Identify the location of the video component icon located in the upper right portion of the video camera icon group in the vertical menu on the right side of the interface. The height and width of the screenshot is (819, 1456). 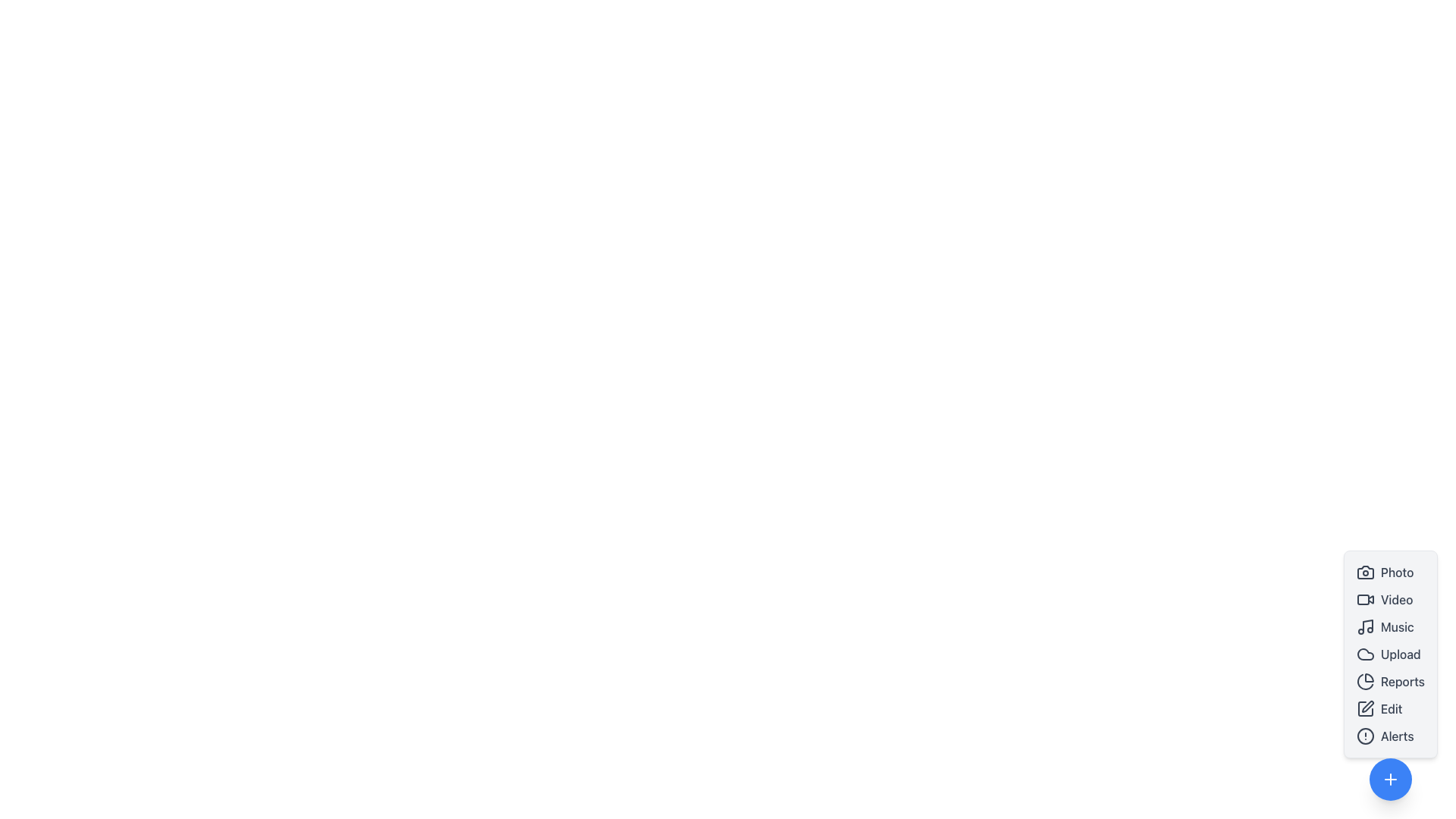
(1370, 598).